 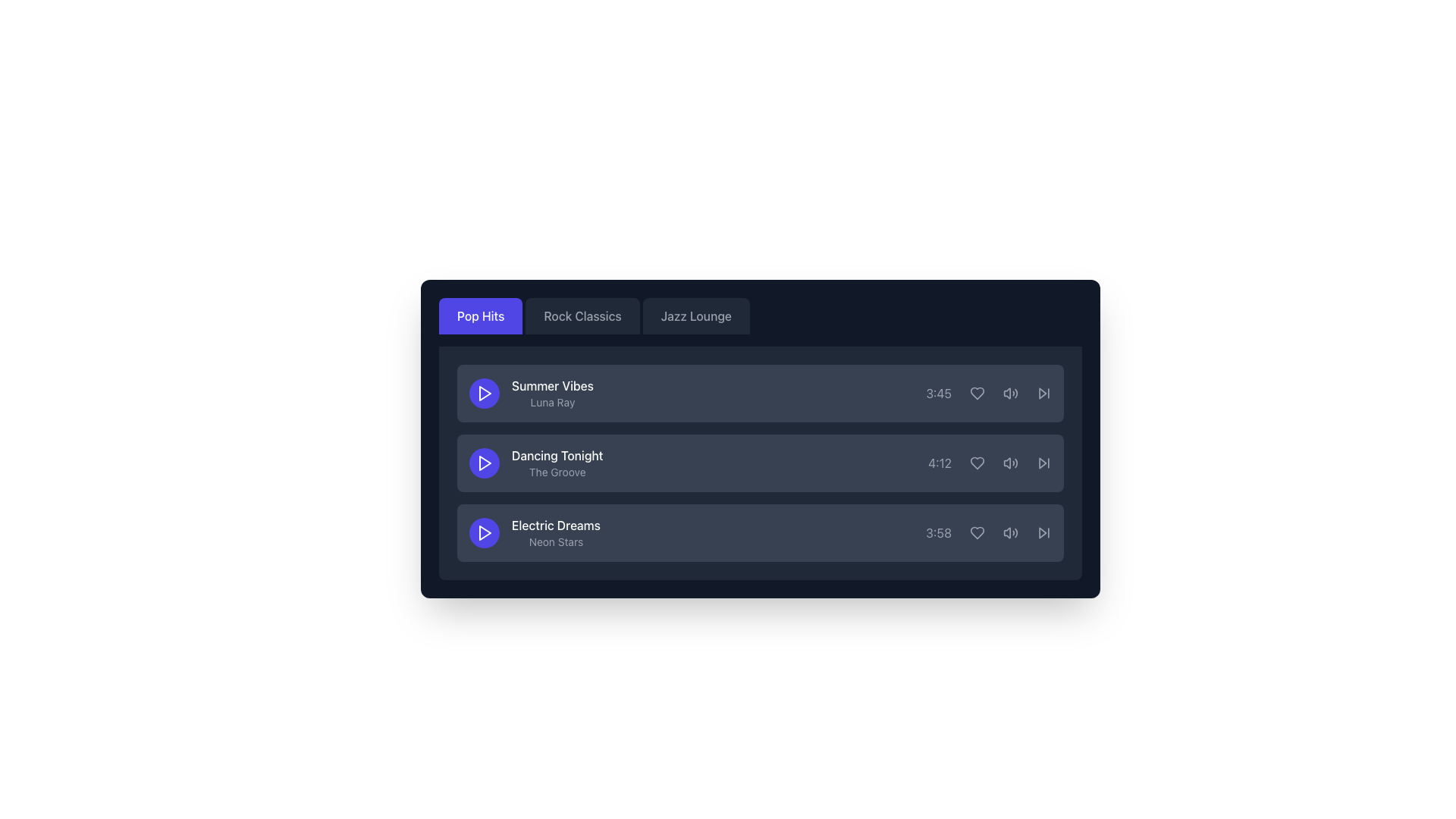 What do you see at coordinates (1042, 462) in the screenshot?
I see `the skip forward icon located at the right end of the second row in the music playlist interface` at bounding box center [1042, 462].